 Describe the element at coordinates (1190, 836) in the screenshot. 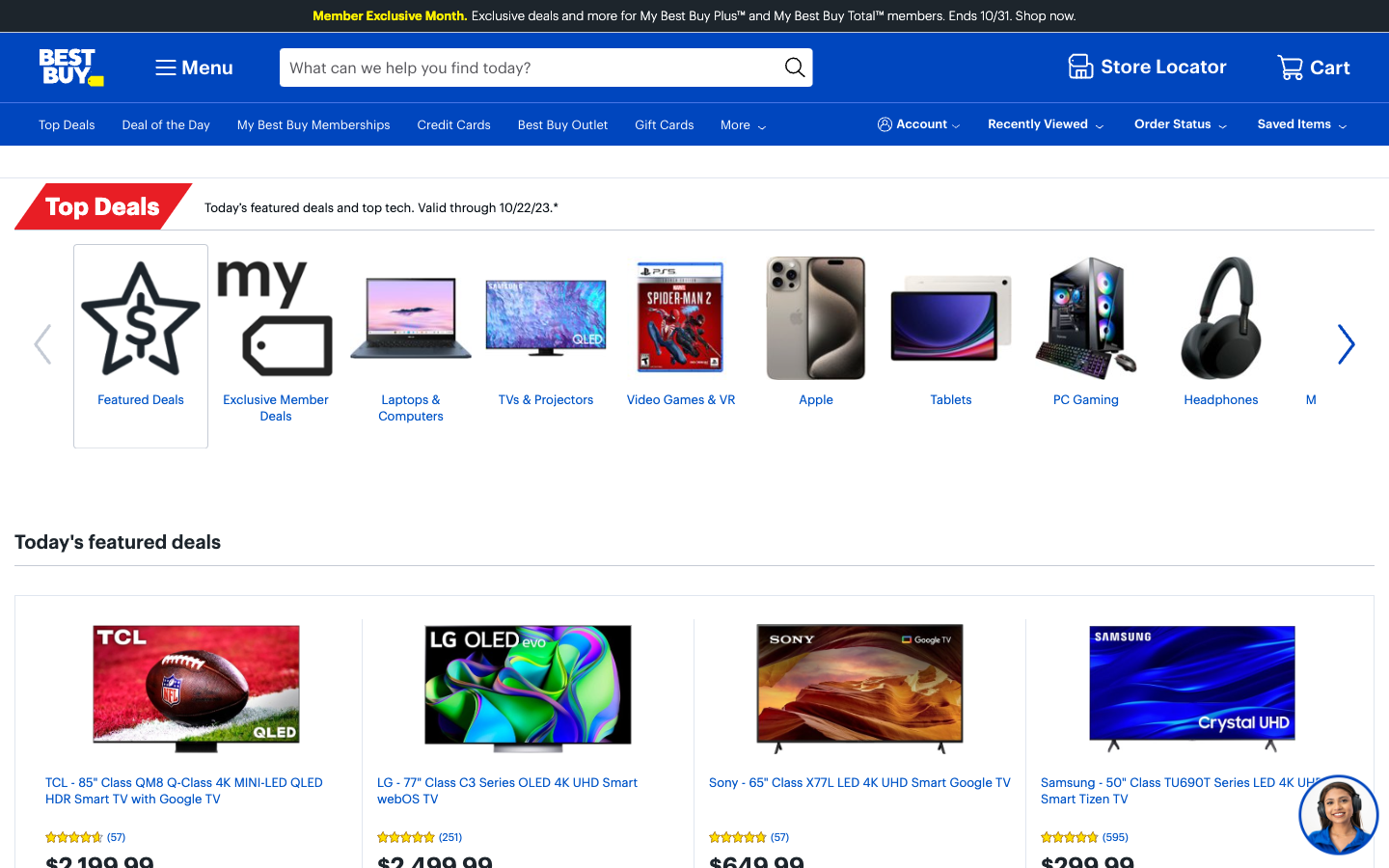

I see `View the reviews for Samsung Crystal UHD TV` at that location.